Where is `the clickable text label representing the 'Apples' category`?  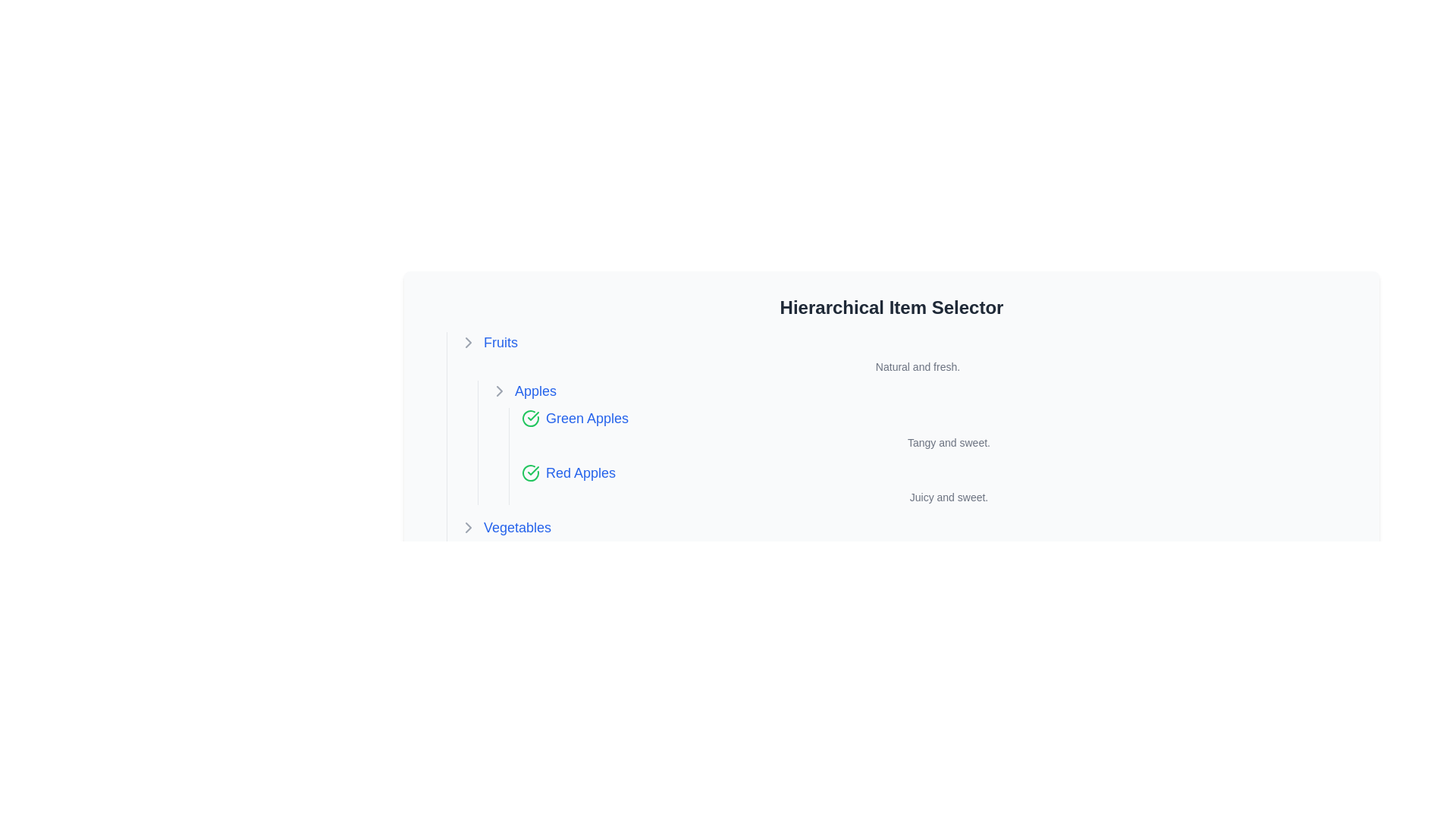
the clickable text label representing the 'Apples' category is located at coordinates (535, 391).